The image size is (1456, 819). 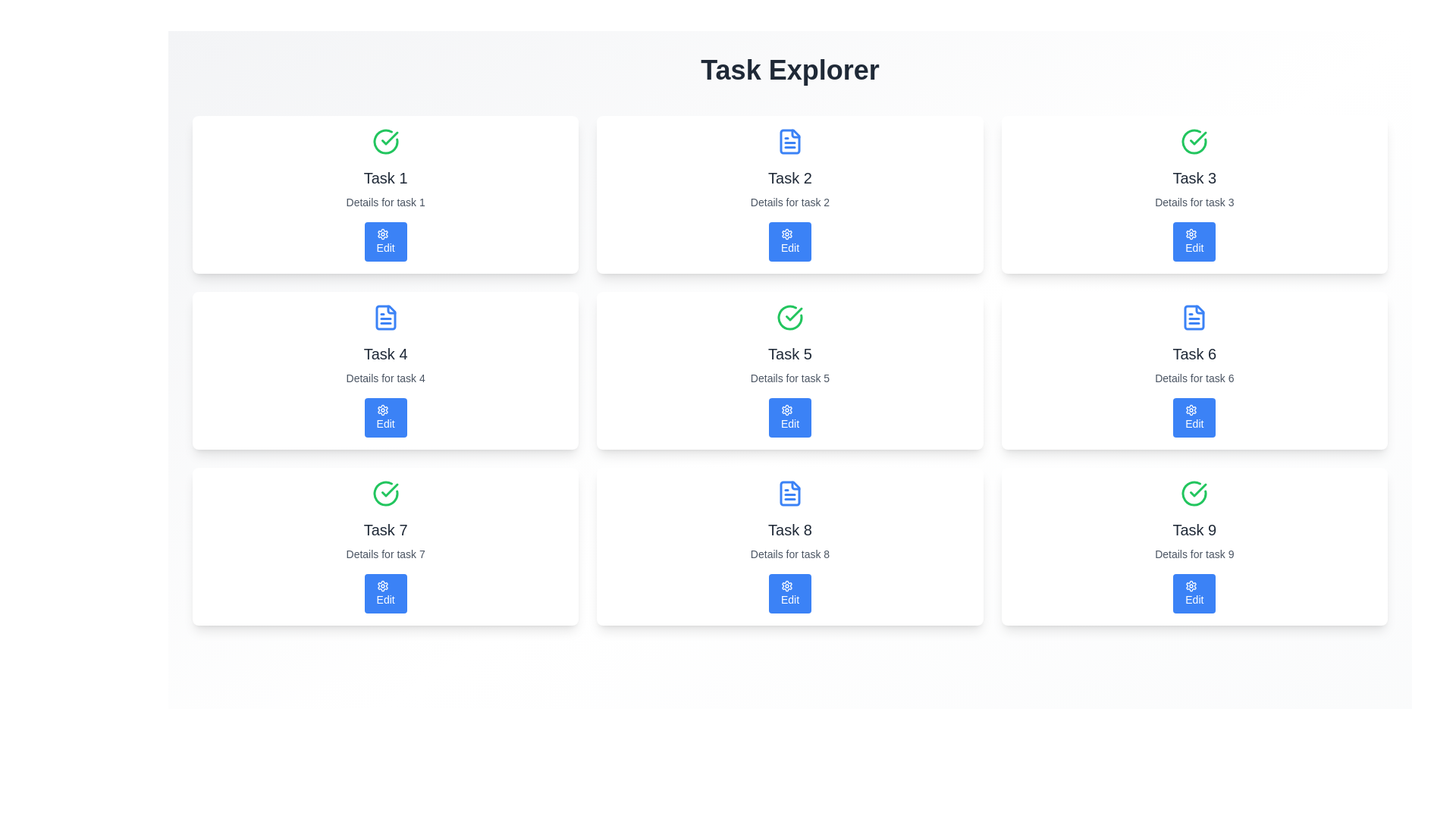 I want to click on the button located at the bottom middle section of the 'Task 6' card, so click(x=1194, y=418).